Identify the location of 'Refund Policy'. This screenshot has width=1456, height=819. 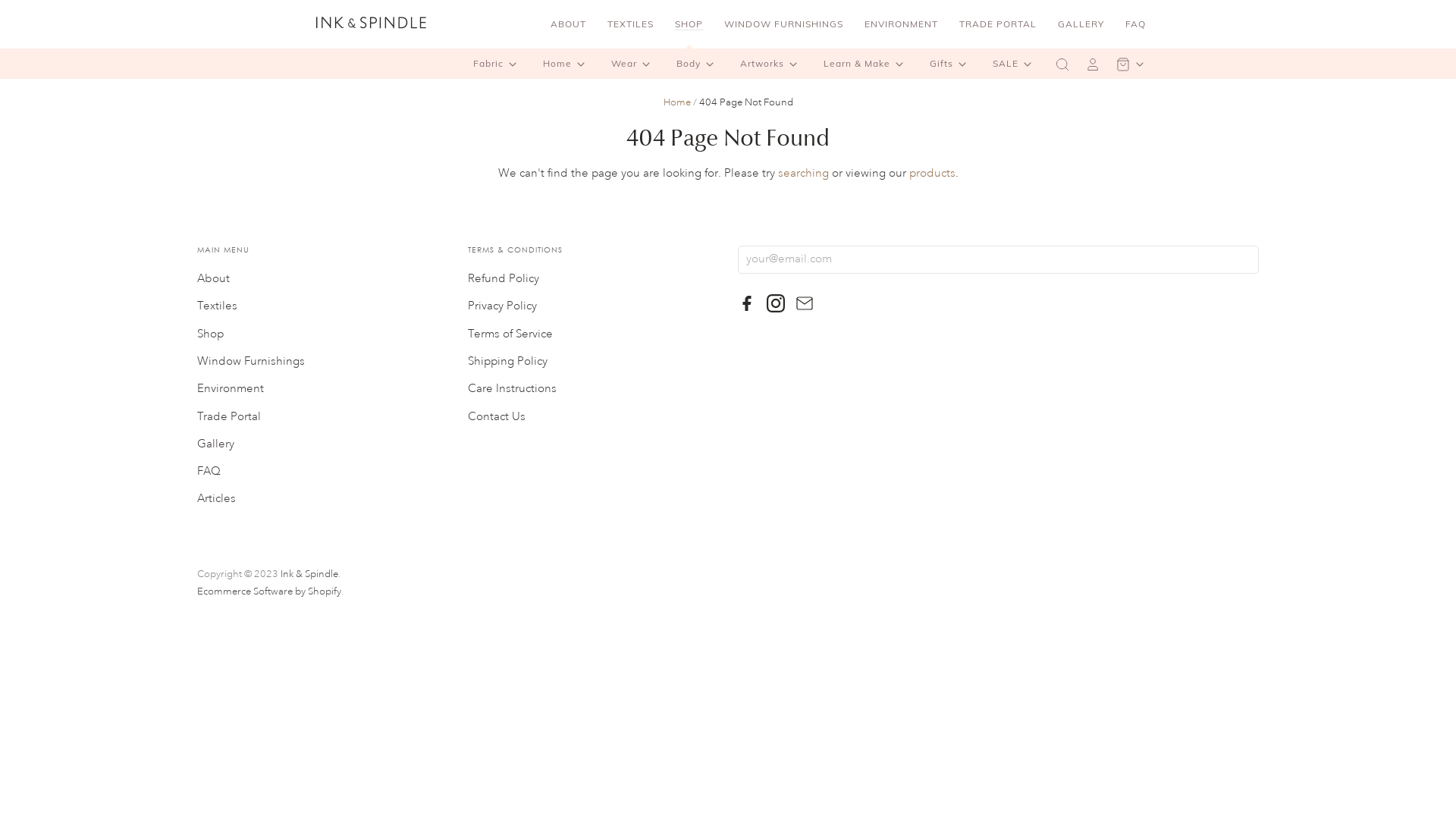
(503, 278).